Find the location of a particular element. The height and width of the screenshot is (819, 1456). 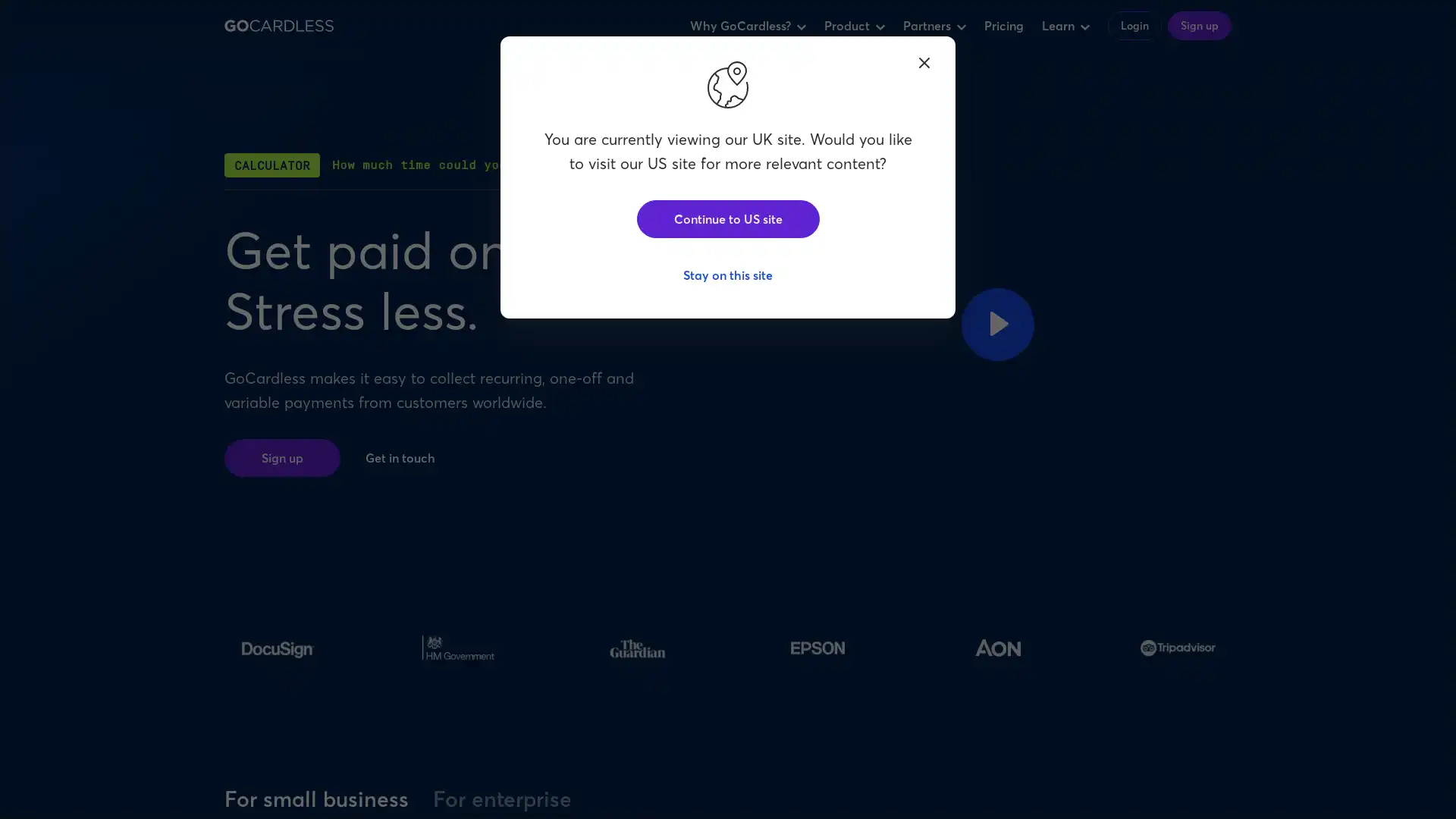

Stay on this site is located at coordinates (728, 275).